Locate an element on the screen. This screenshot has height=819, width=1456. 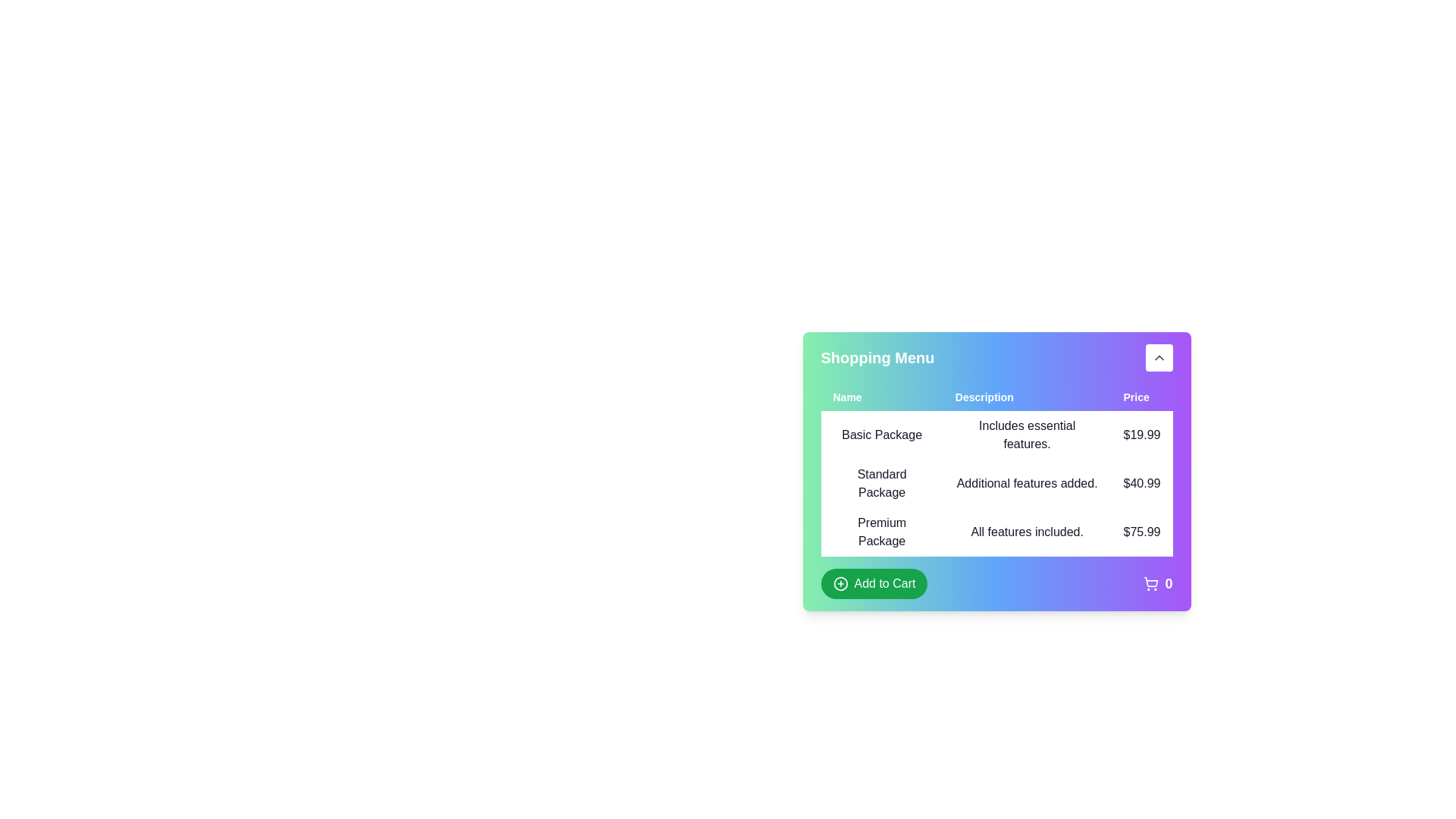
the descriptive text detailing the additional features of the 'Standard Package' in the pricing table, located in the middle column of the 'Standard Package' row is located at coordinates (1027, 483).